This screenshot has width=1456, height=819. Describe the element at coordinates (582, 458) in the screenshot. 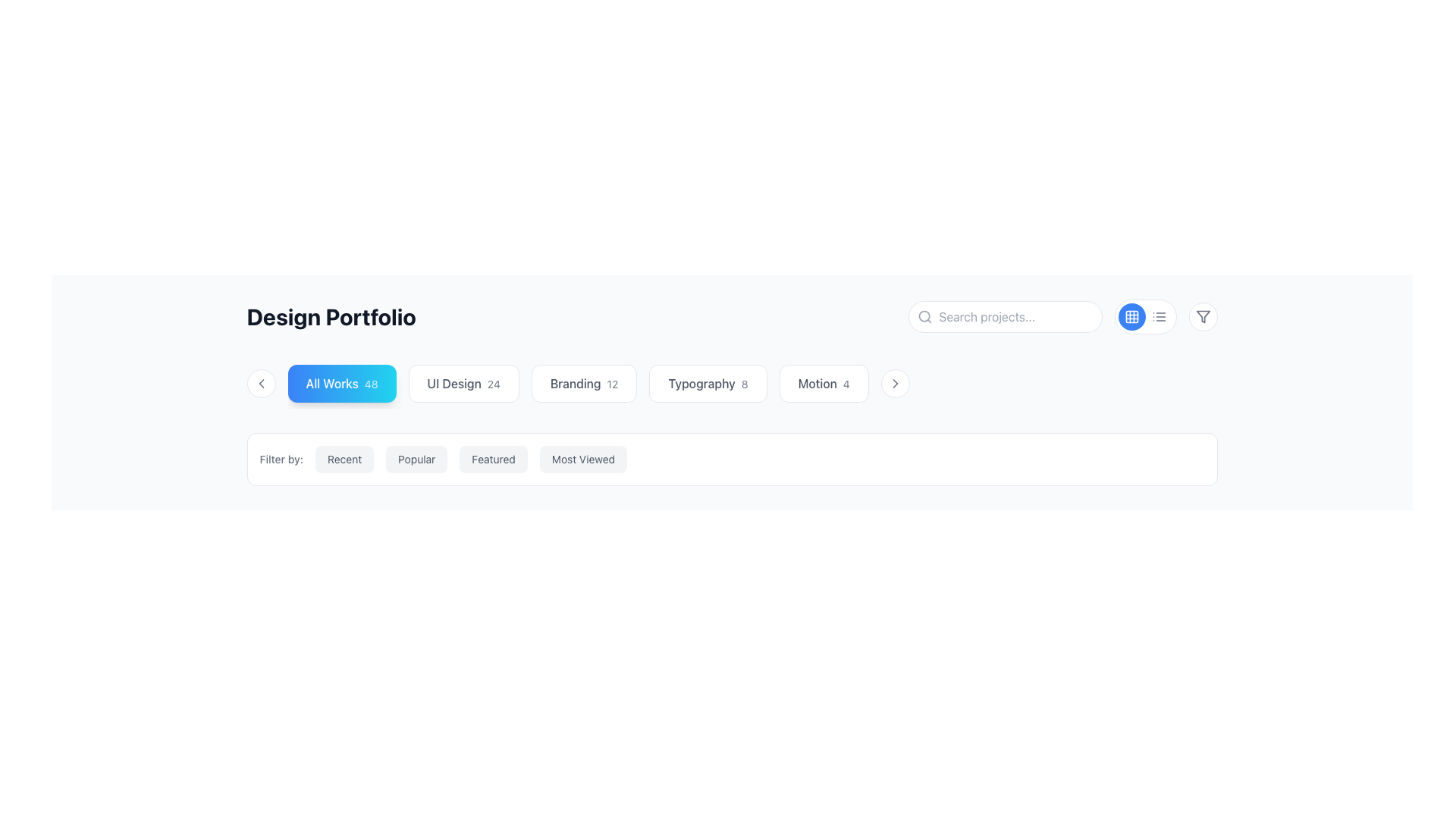

I see `the 'Most Viewed' interactive button in the filtering section` at that location.